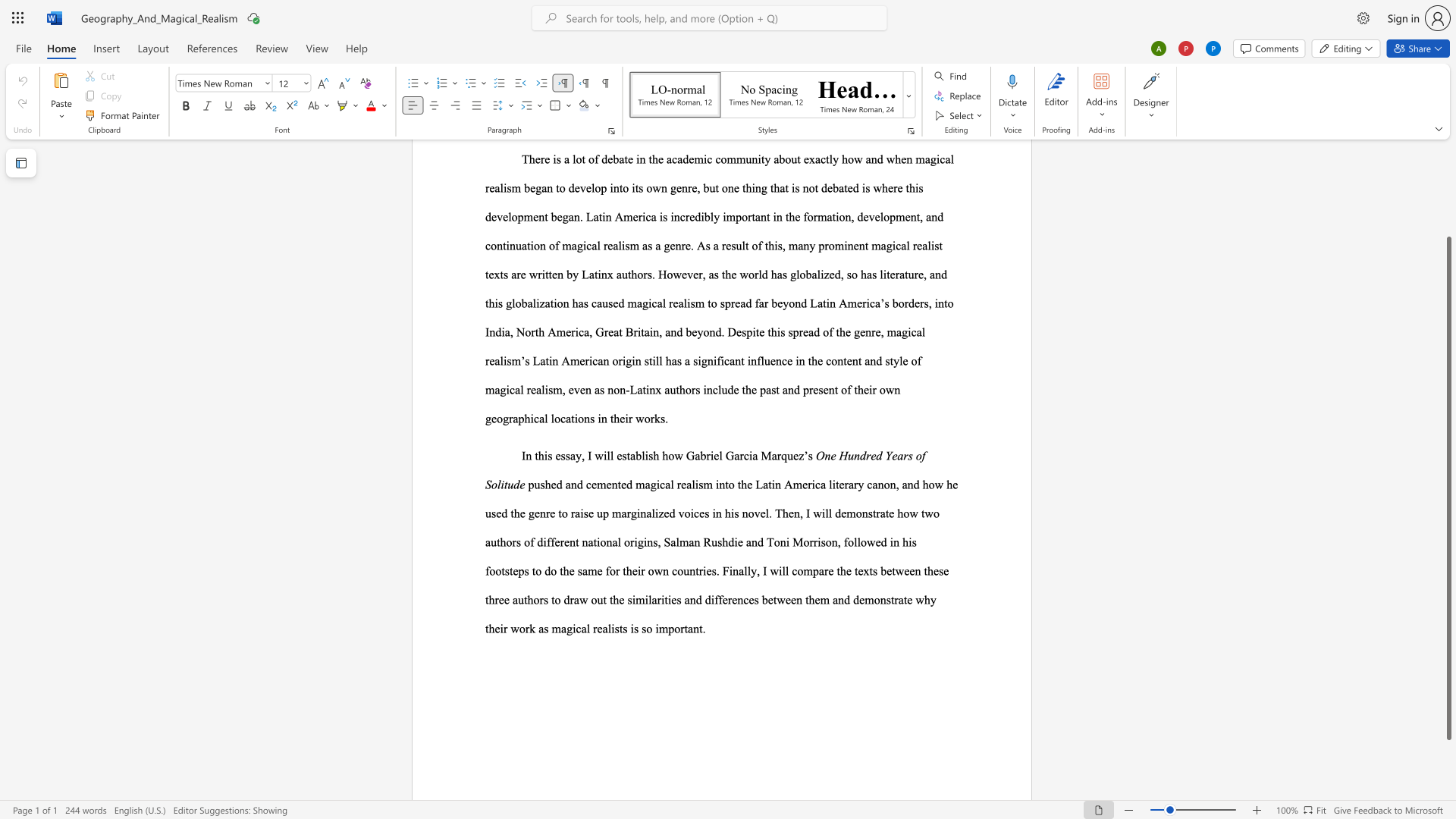 The width and height of the screenshot is (1456, 819). What do you see at coordinates (1448, 180) in the screenshot?
I see `the right-hand scrollbar to ascend the page` at bounding box center [1448, 180].